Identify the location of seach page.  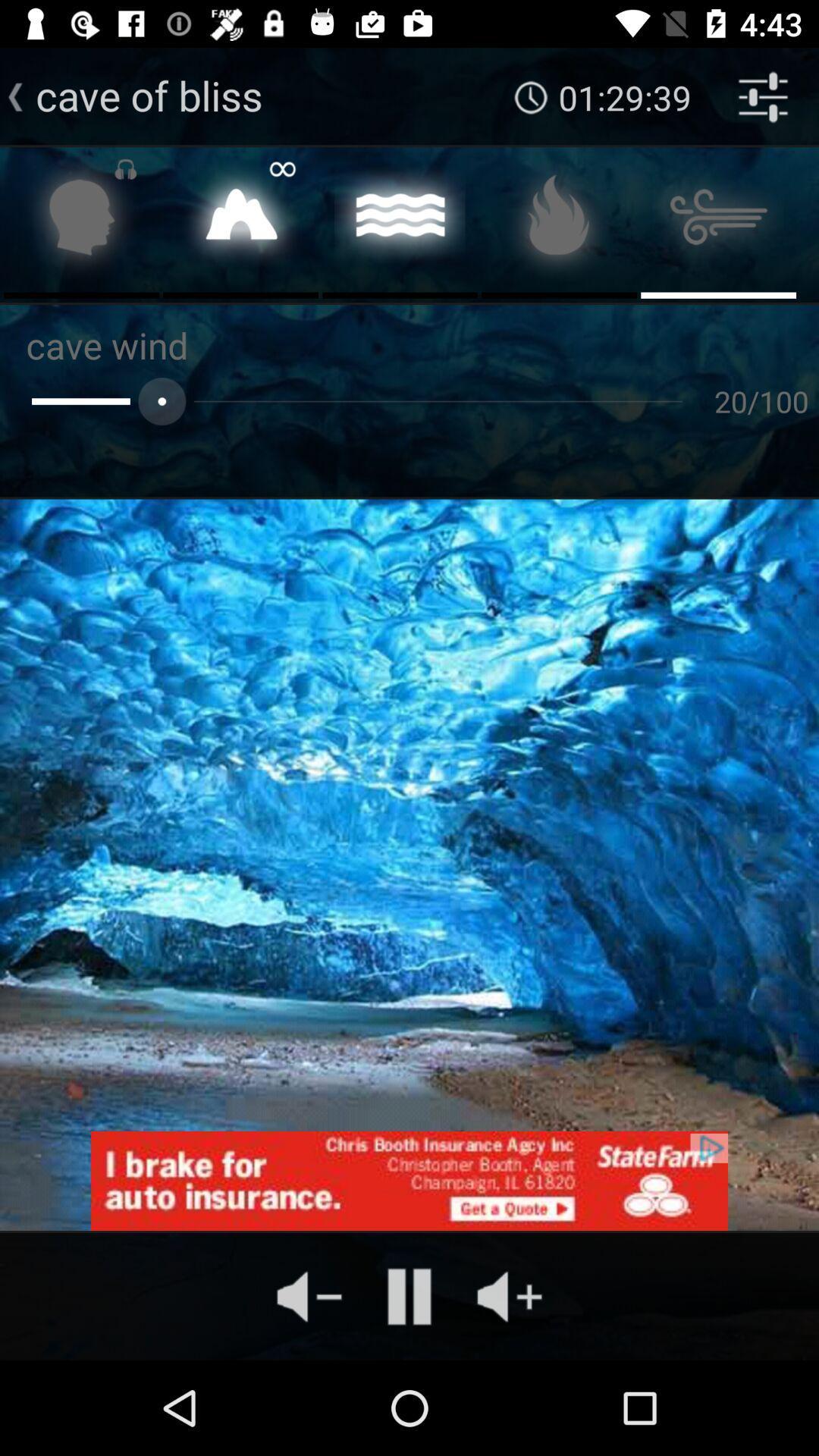
(81, 221).